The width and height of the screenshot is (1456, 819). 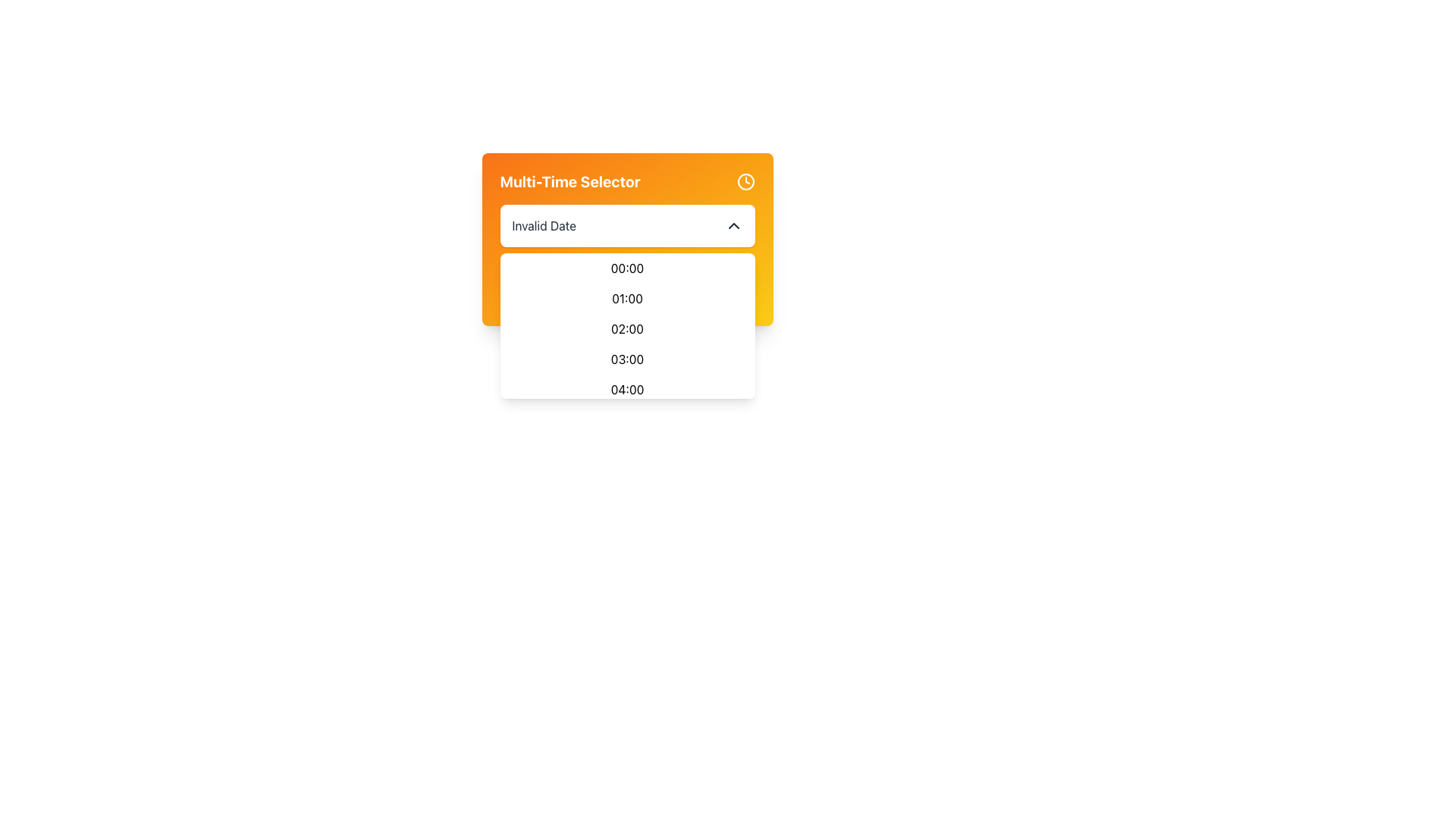 I want to click on the central Circle (SVG Element) of the clock icon in the top-right corner of the 'Multi-Time Selector' component, so click(x=745, y=180).